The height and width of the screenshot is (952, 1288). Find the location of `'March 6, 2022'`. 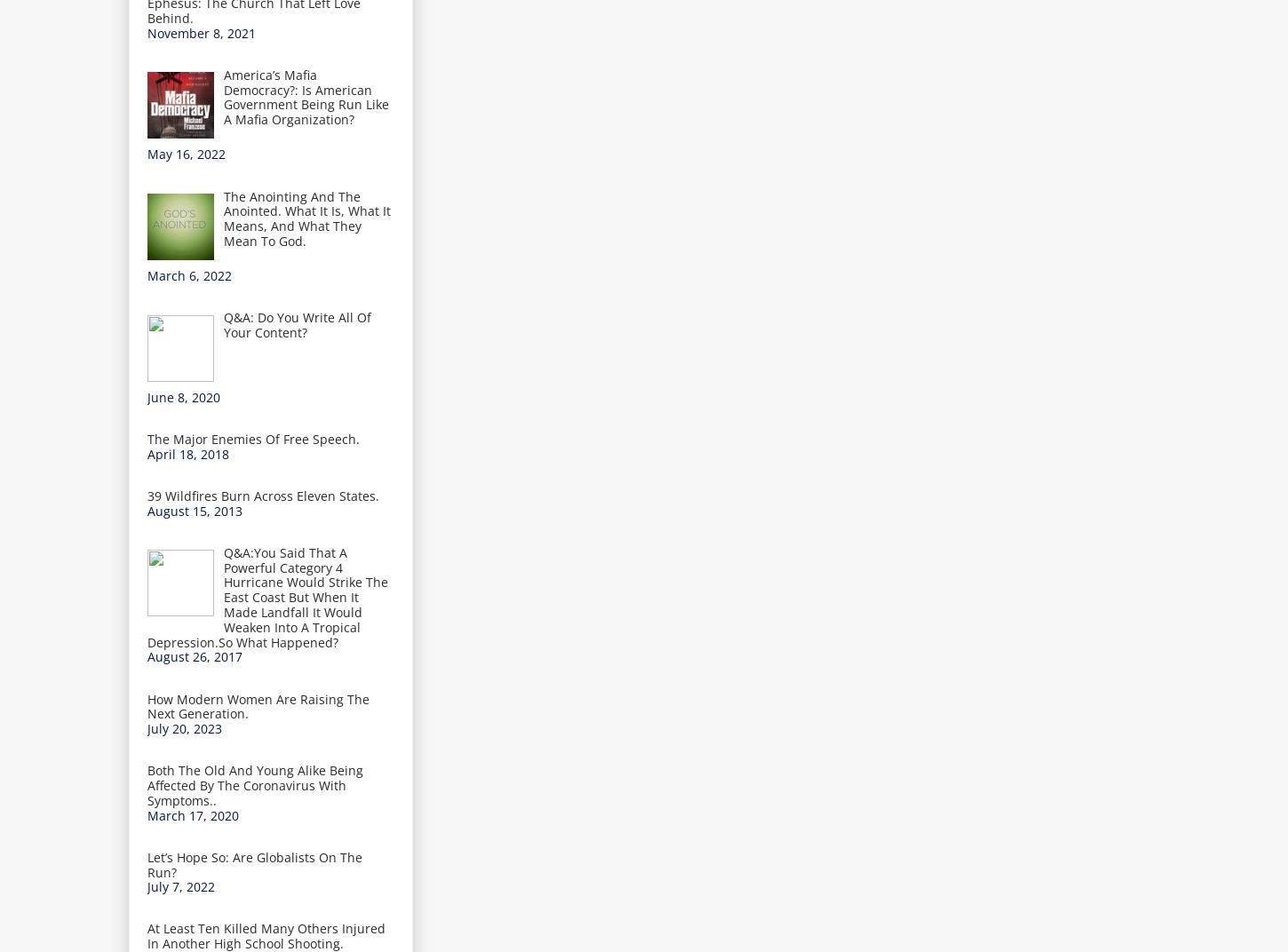

'March 6, 2022' is located at coordinates (188, 274).